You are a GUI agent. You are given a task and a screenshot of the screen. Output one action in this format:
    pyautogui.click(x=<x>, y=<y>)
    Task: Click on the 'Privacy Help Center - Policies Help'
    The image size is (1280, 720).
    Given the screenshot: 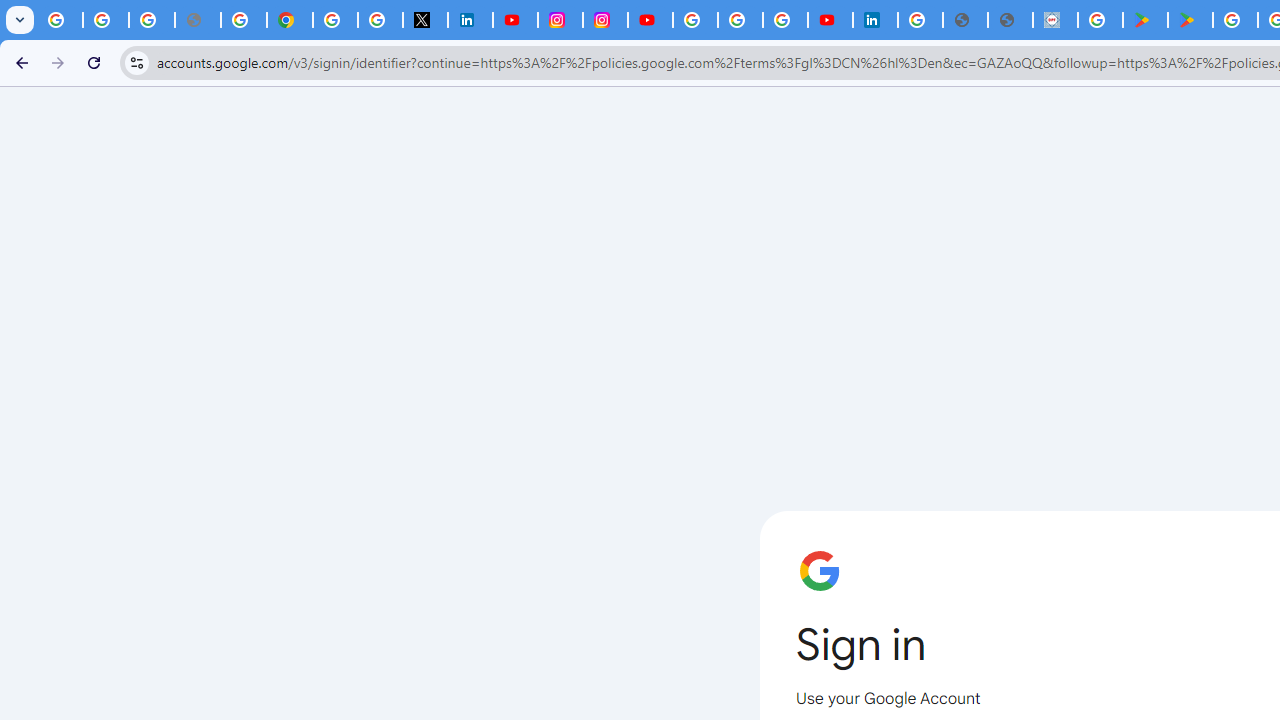 What is the action you would take?
    pyautogui.click(x=243, y=20)
    